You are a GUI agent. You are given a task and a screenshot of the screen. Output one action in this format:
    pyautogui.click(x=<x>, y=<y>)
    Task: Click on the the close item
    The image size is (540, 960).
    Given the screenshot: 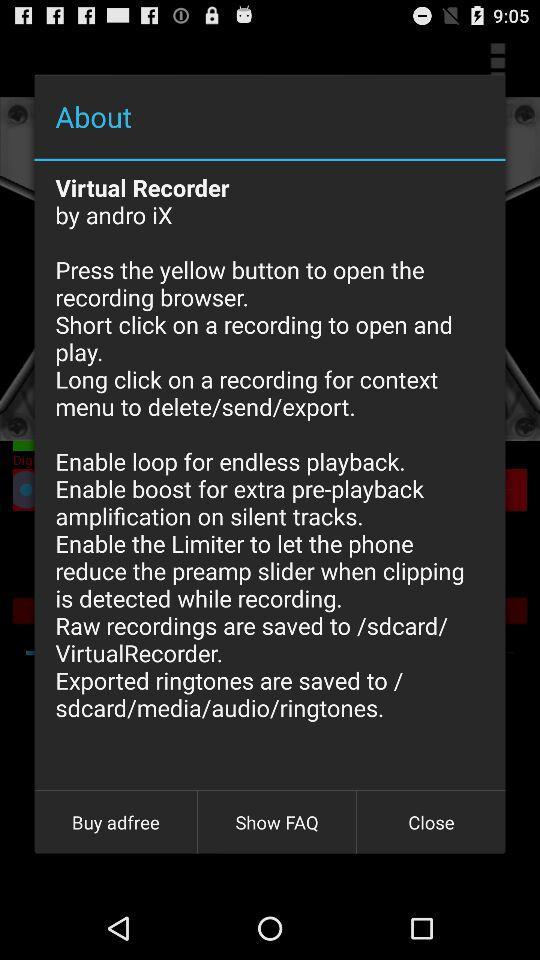 What is the action you would take?
    pyautogui.click(x=430, y=822)
    